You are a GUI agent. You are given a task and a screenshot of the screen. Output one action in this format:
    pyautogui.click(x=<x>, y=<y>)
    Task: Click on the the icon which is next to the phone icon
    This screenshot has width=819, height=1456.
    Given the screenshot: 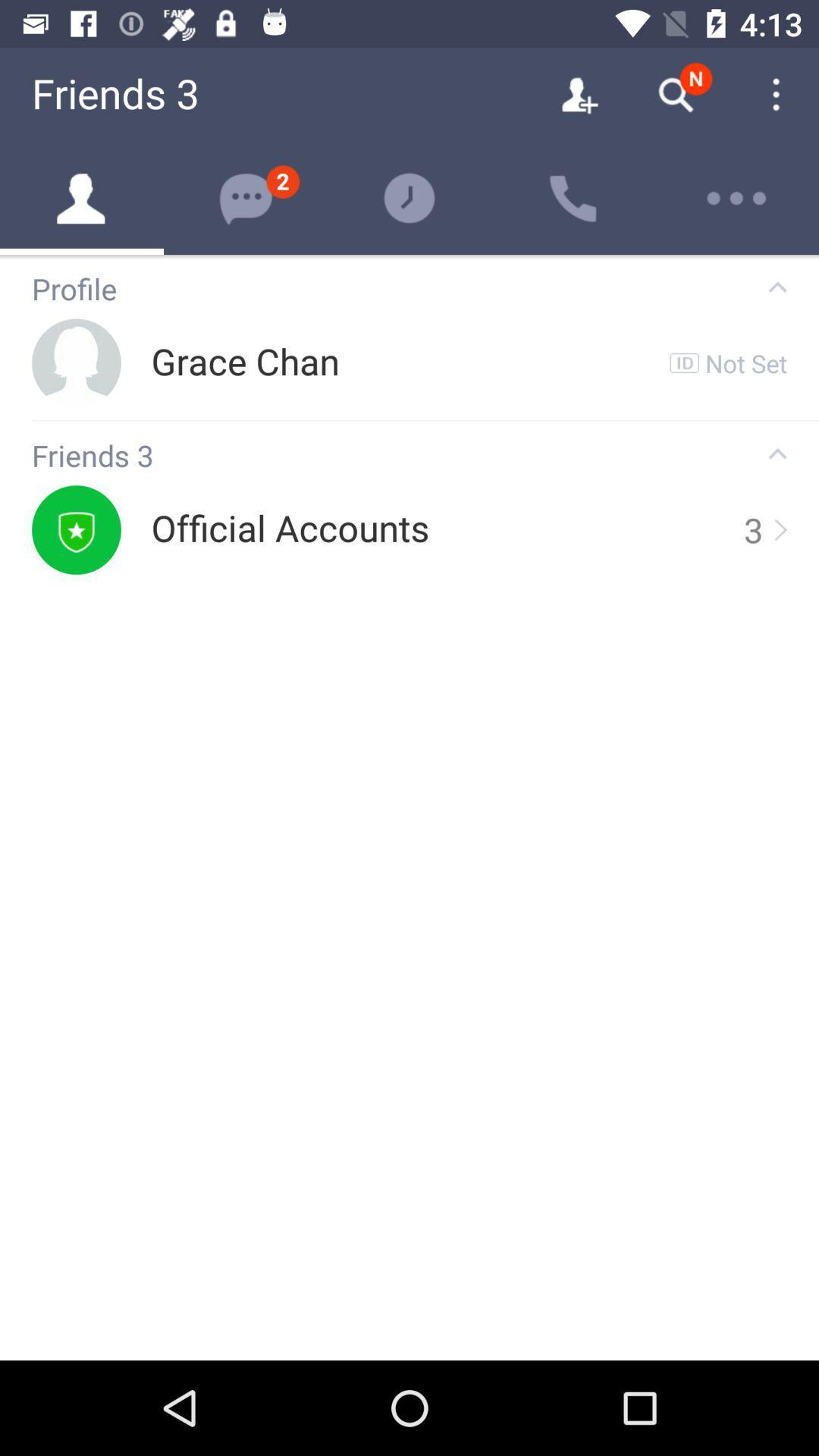 What is the action you would take?
    pyautogui.click(x=736, y=198)
    